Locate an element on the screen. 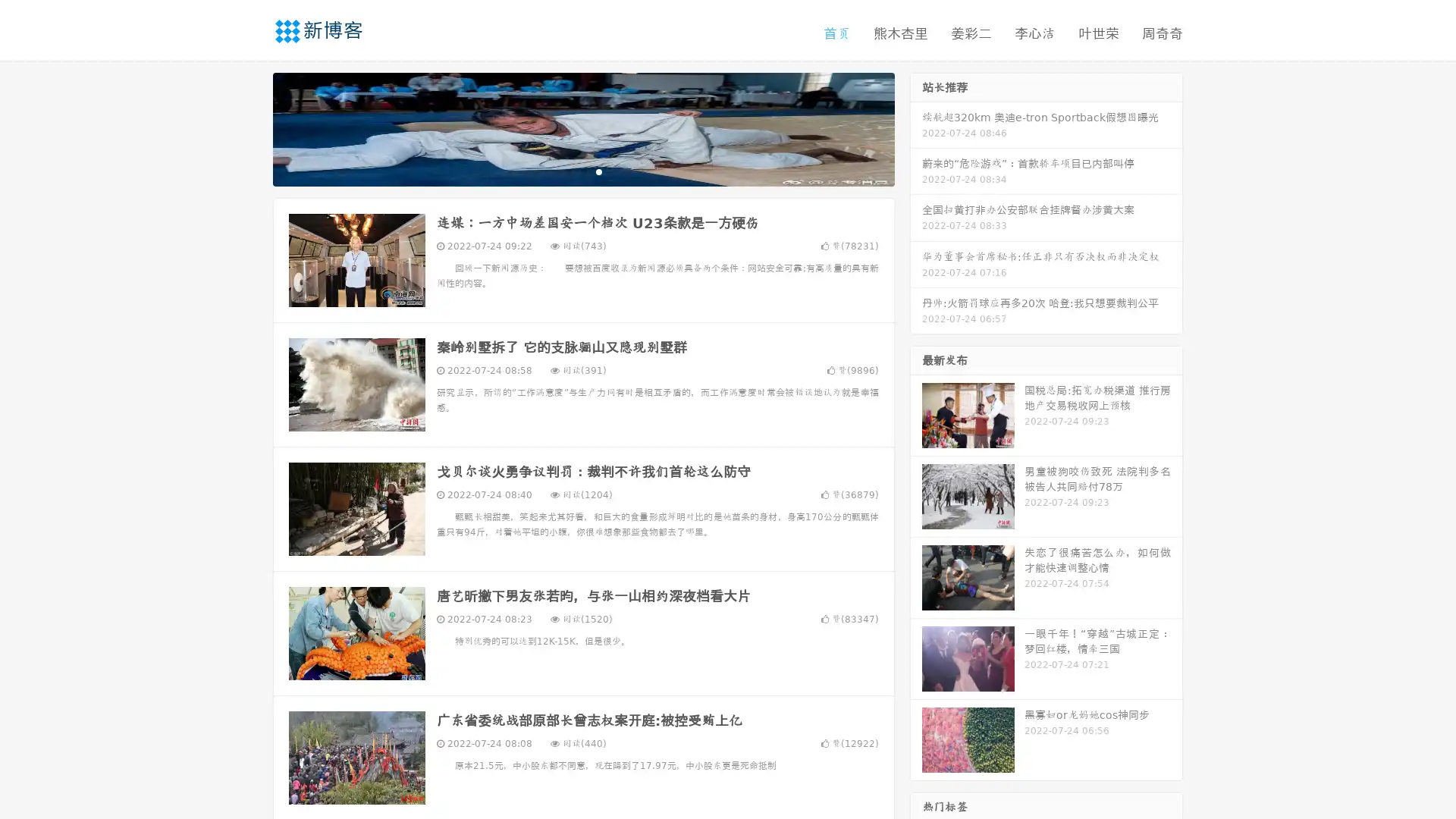  Go to slide 2 is located at coordinates (582, 171).